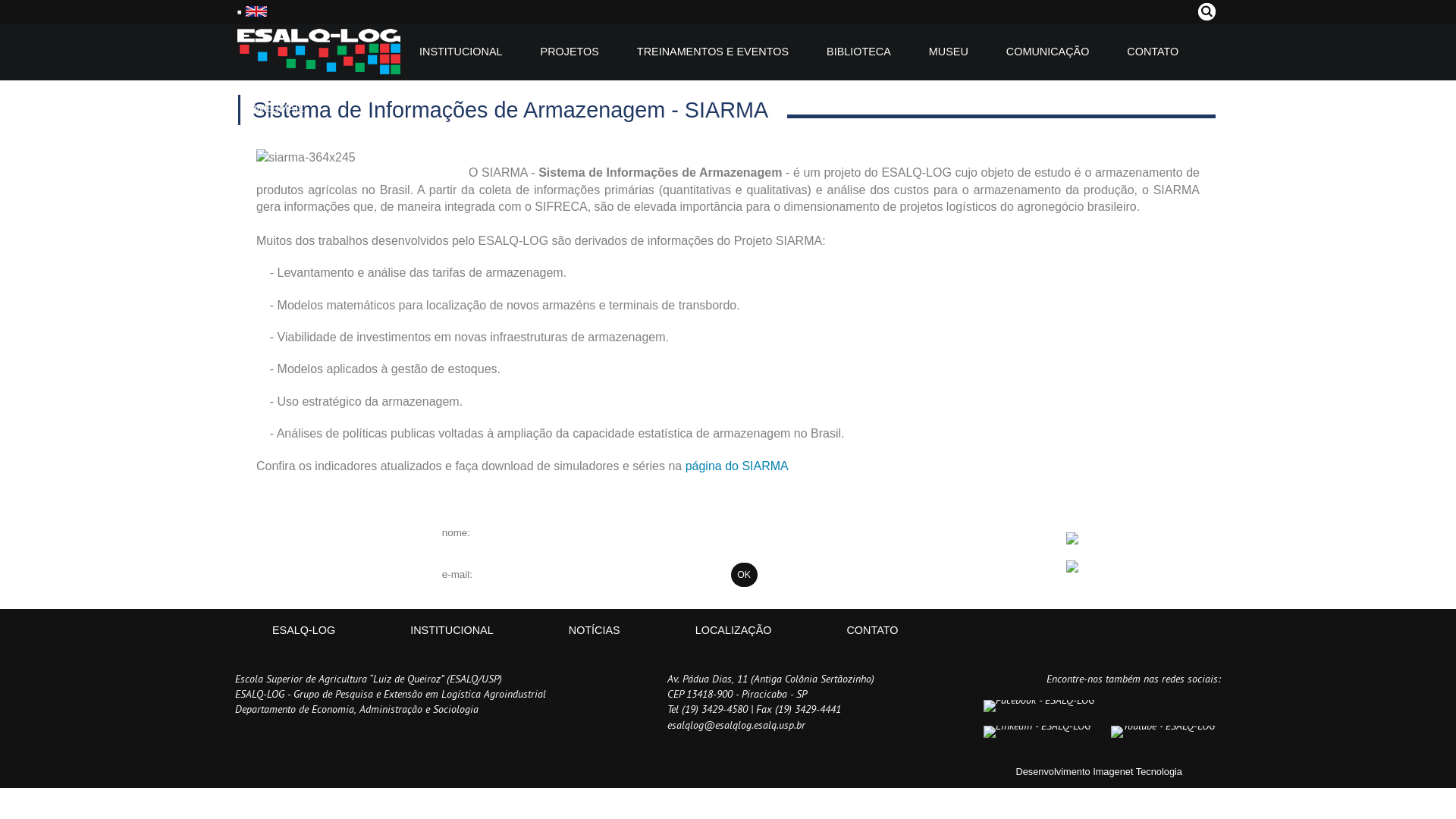 The height and width of the screenshot is (819, 1456). I want to click on 'CONTATO', so click(1153, 51).